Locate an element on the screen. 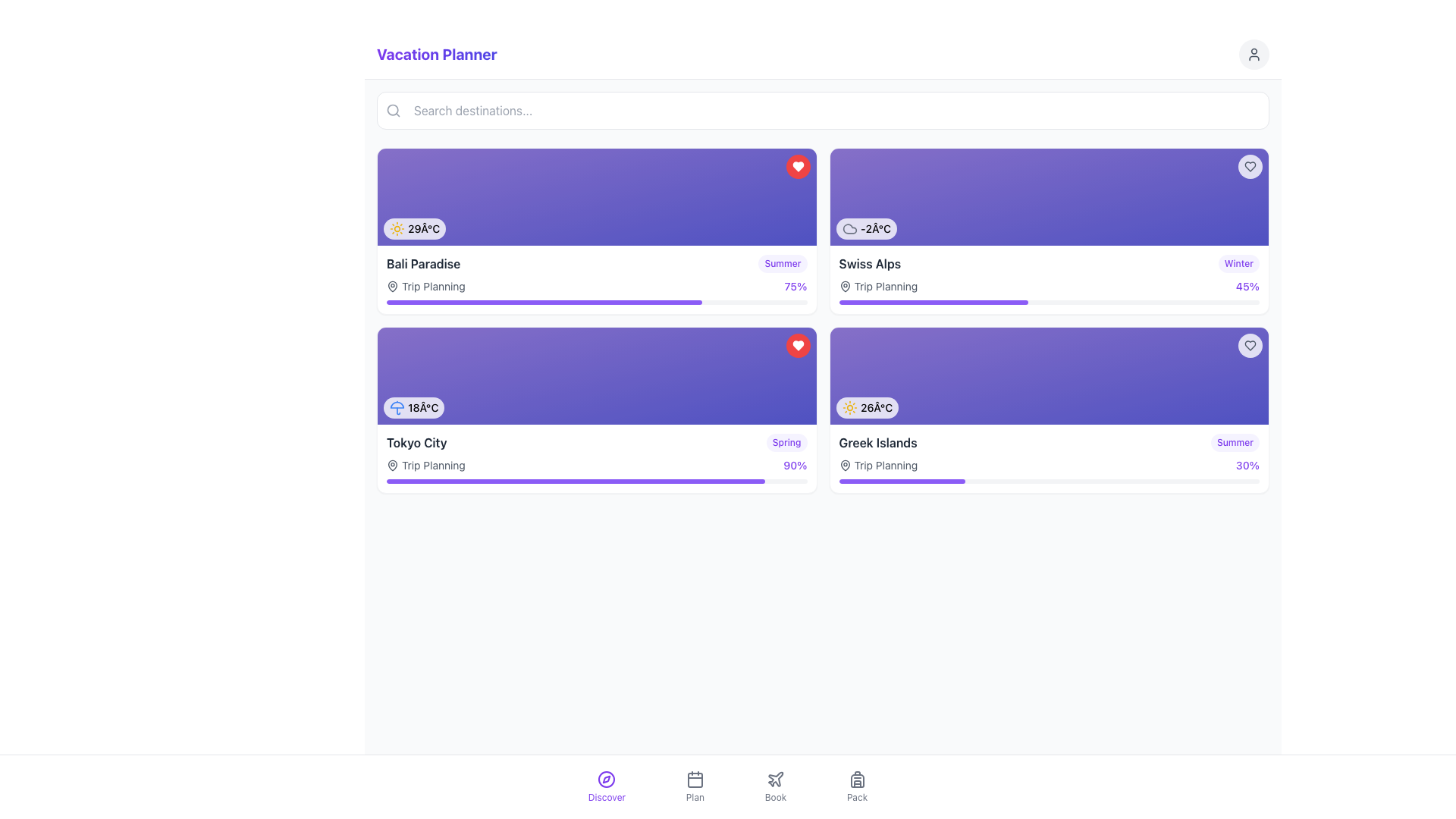 This screenshot has width=1456, height=819. displayed temperature information from the Text label showing '26°C' on the 'Greek Islands' destination card, located in the bottom-right block of the grid layout is located at coordinates (876, 406).